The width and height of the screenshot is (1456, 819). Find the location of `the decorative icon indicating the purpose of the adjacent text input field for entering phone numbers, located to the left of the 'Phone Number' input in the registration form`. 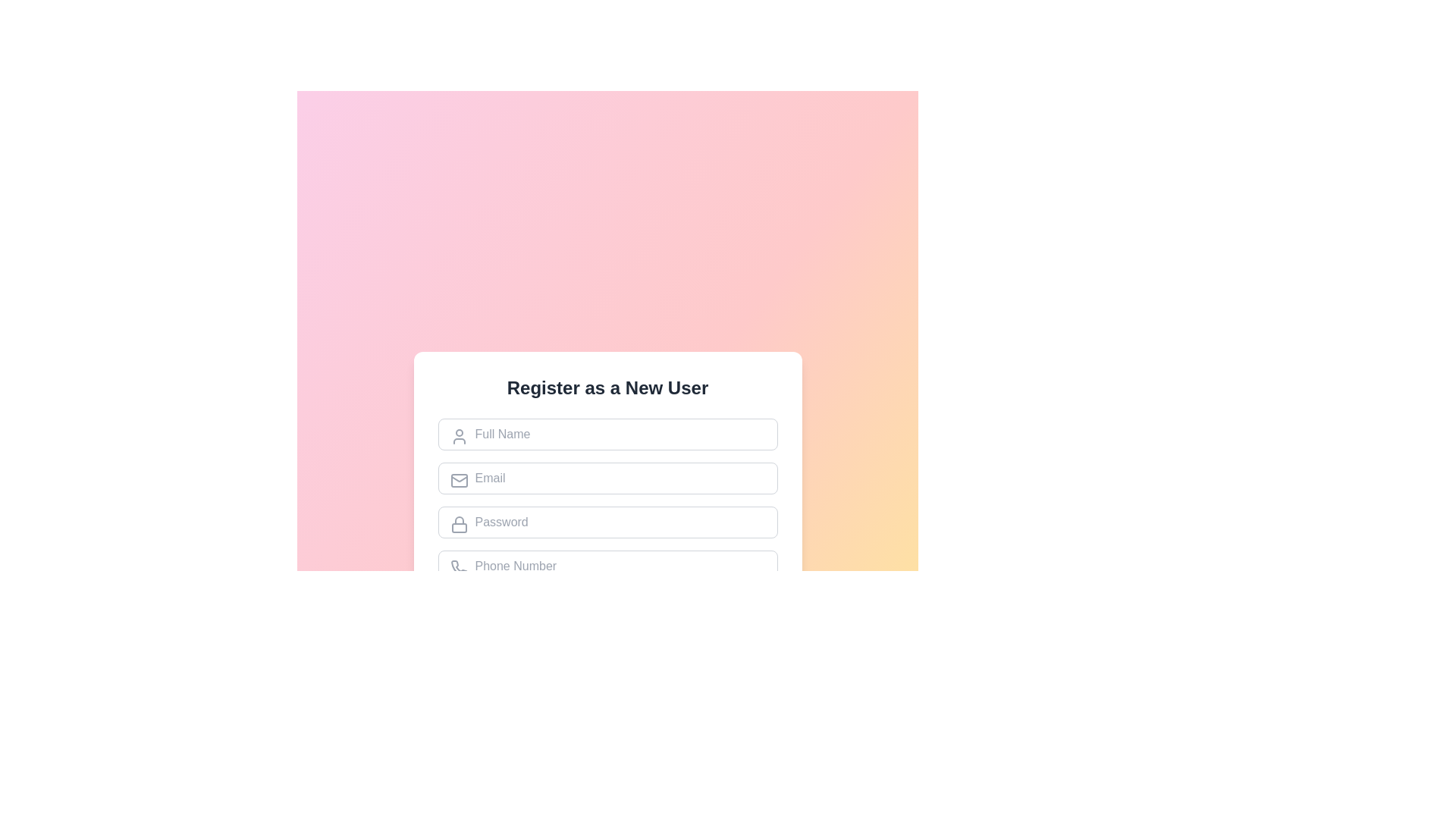

the decorative icon indicating the purpose of the adjacent text input field for entering phone numbers, located to the left of the 'Phone Number' input in the registration form is located at coordinates (458, 568).